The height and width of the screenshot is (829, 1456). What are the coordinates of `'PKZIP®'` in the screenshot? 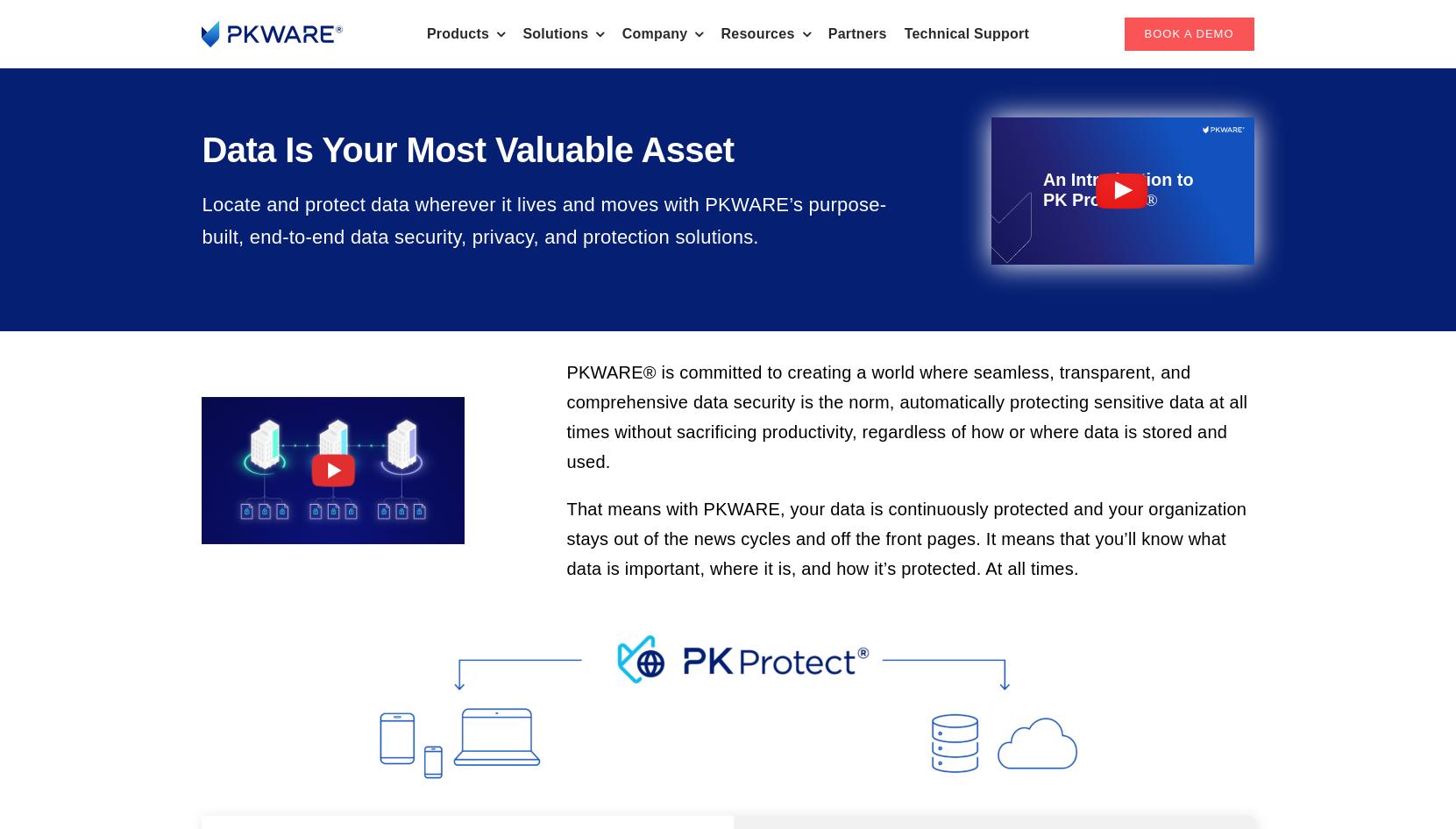 It's located at (943, 184).